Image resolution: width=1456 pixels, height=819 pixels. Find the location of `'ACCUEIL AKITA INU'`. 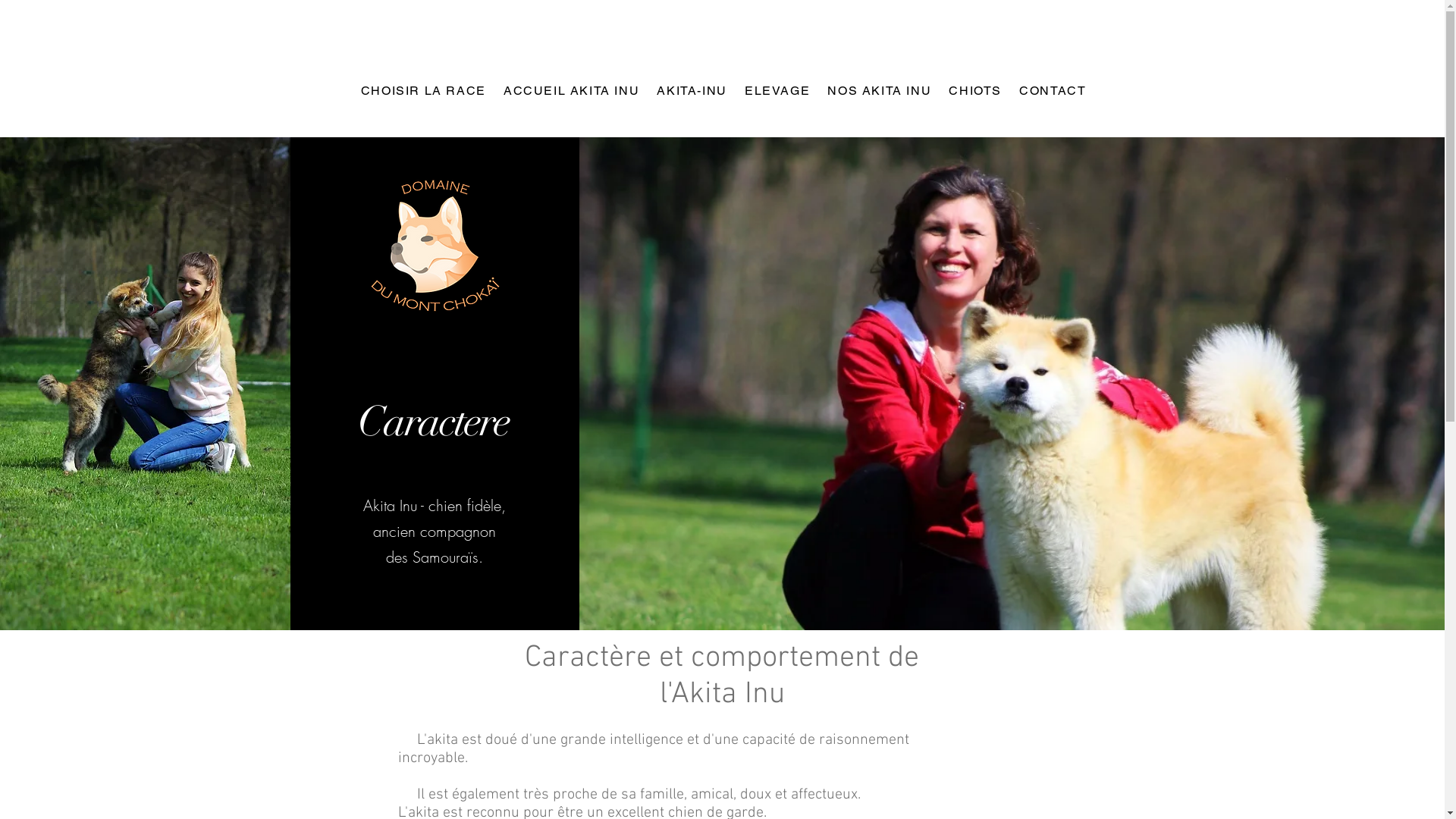

'ACCUEIL AKITA INU' is located at coordinates (570, 91).